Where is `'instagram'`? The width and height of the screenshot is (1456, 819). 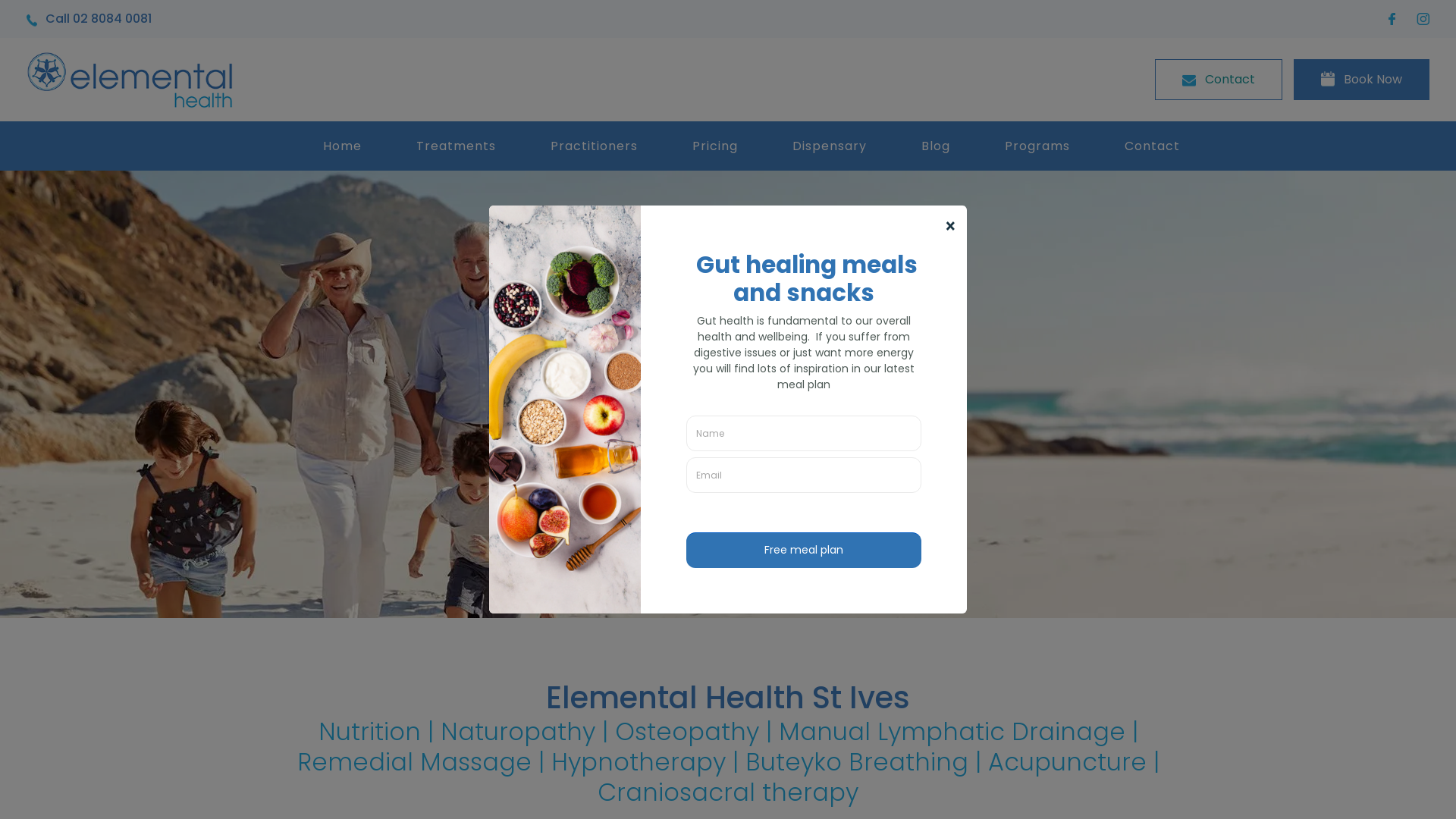 'instagram' is located at coordinates (1415, 18).